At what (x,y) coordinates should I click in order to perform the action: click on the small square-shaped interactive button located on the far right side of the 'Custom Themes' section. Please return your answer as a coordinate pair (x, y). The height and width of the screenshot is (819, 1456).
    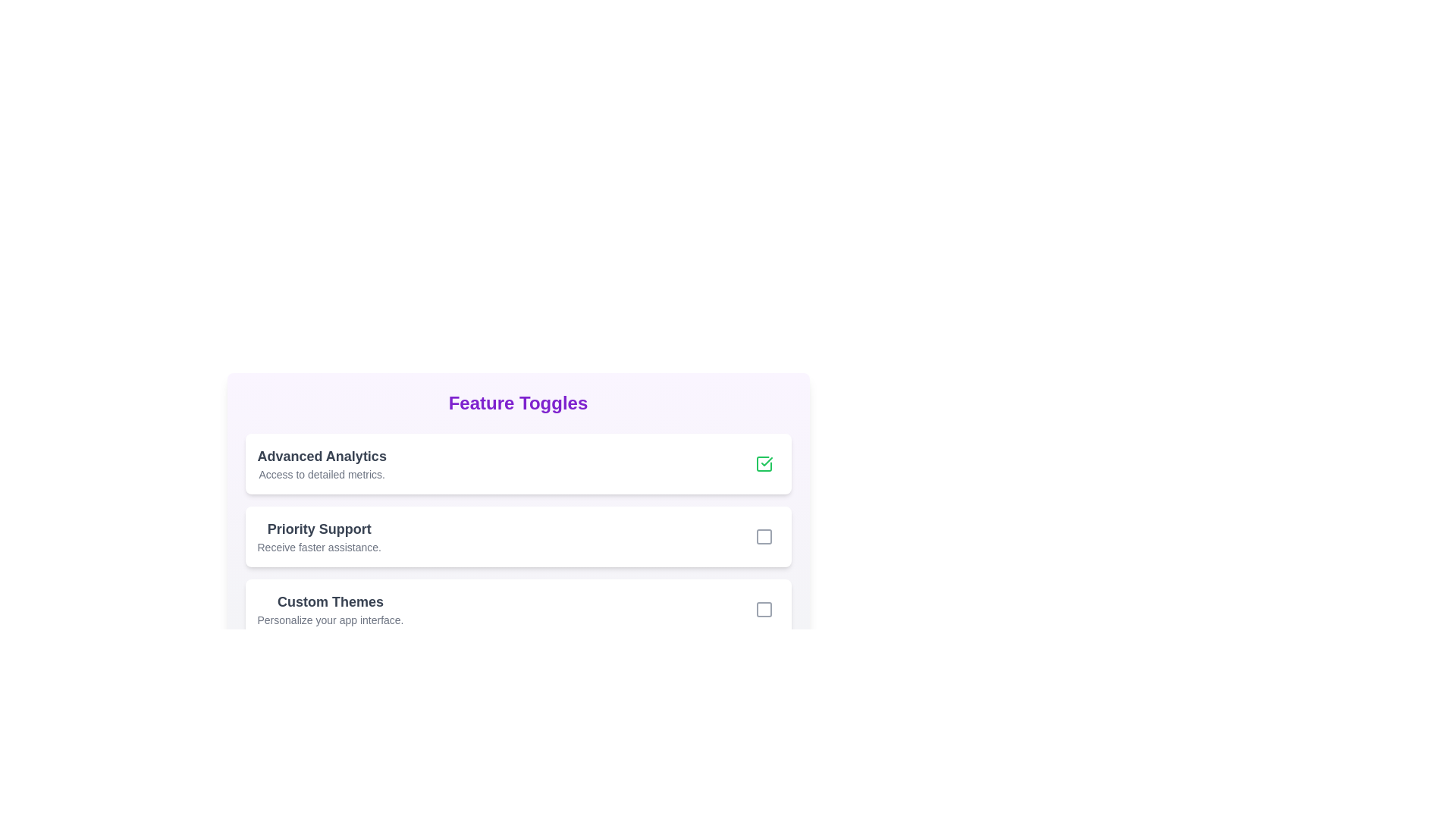
    Looking at the image, I should click on (764, 608).